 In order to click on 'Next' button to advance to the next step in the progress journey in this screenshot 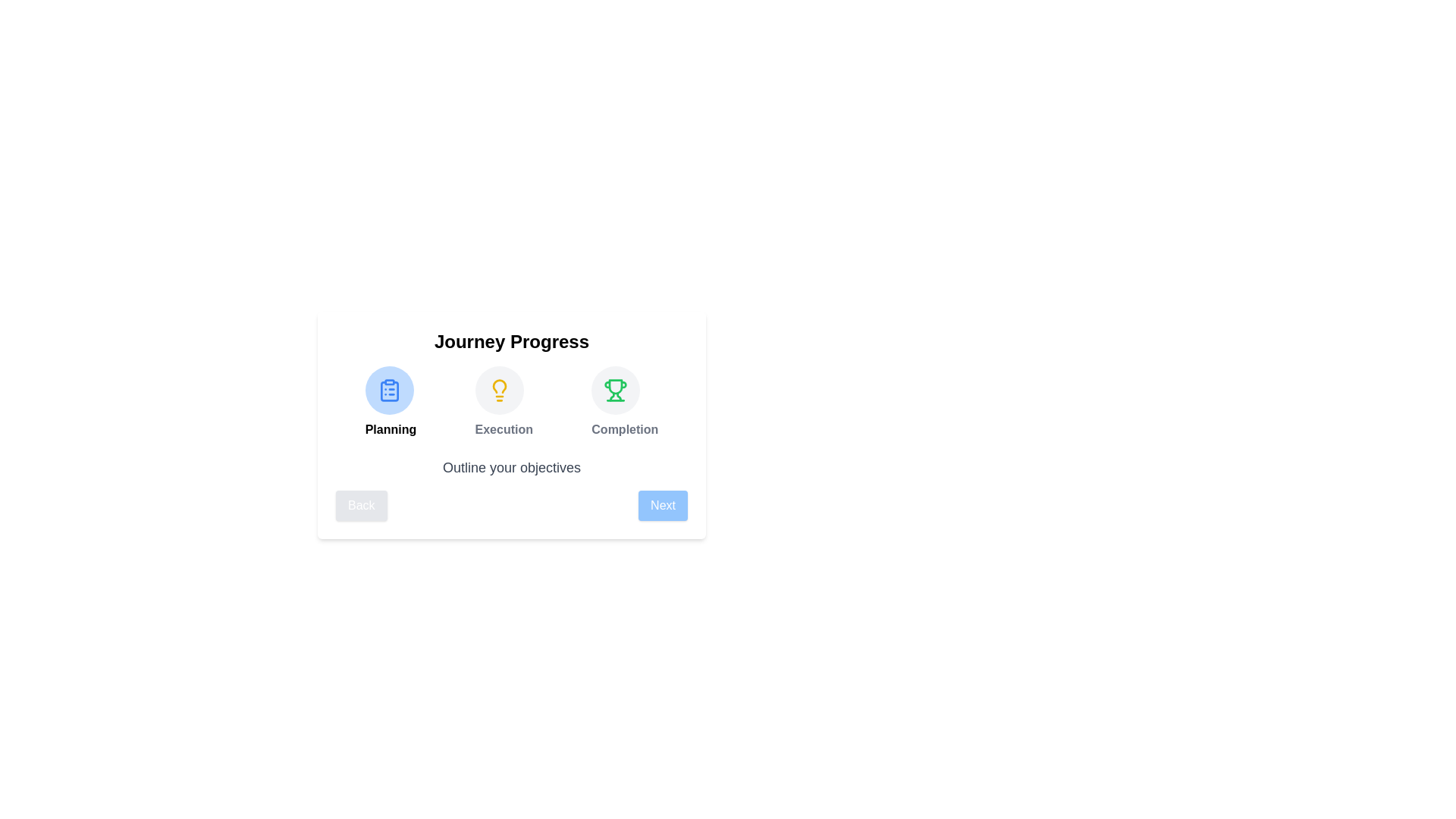, I will do `click(663, 506)`.